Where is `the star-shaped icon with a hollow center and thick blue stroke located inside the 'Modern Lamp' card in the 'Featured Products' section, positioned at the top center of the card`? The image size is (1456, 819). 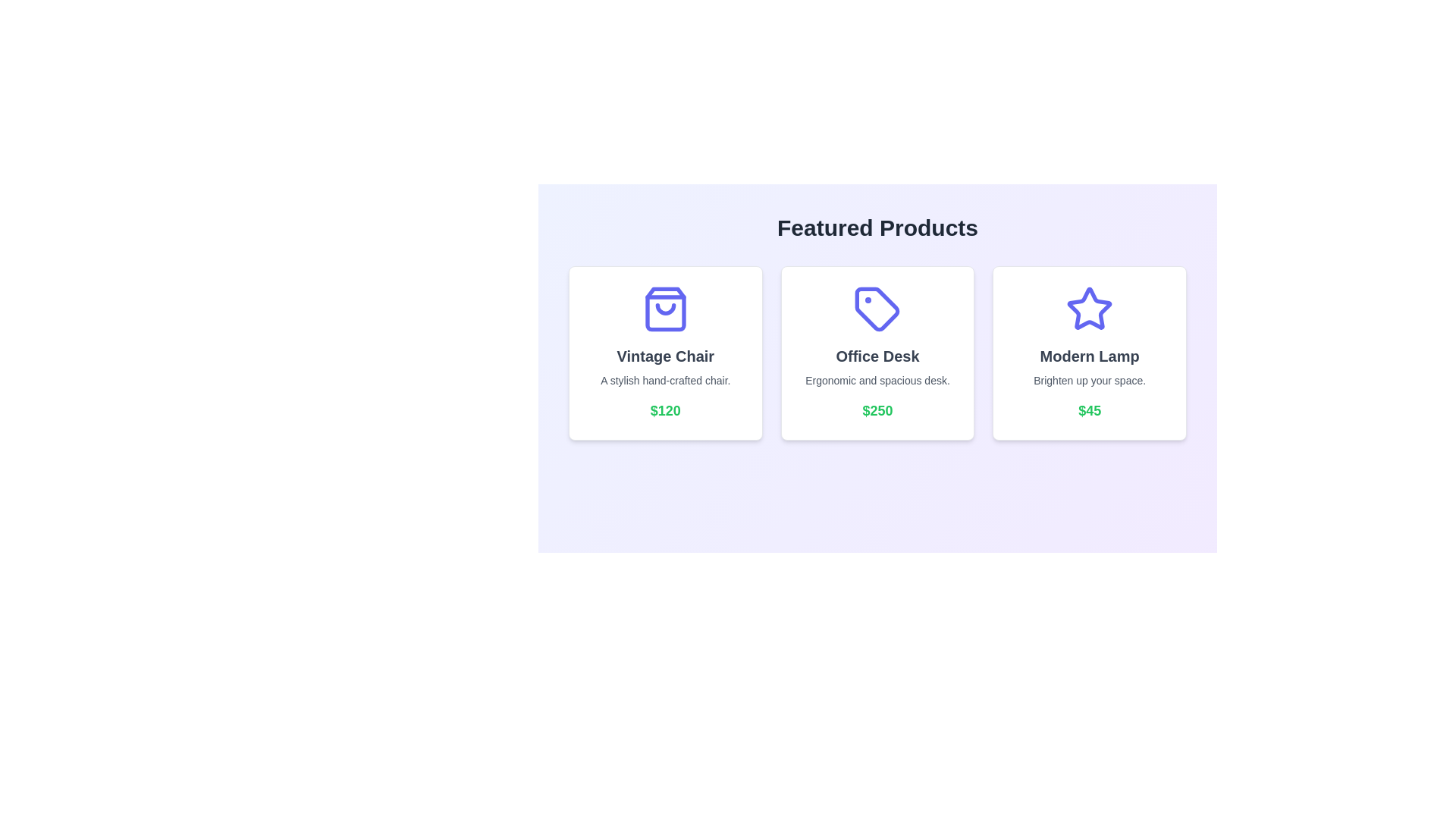 the star-shaped icon with a hollow center and thick blue stroke located inside the 'Modern Lamp' card in the 'Featured Products' section, positioned at the top center of the card is located at coordinates (1089, 307).